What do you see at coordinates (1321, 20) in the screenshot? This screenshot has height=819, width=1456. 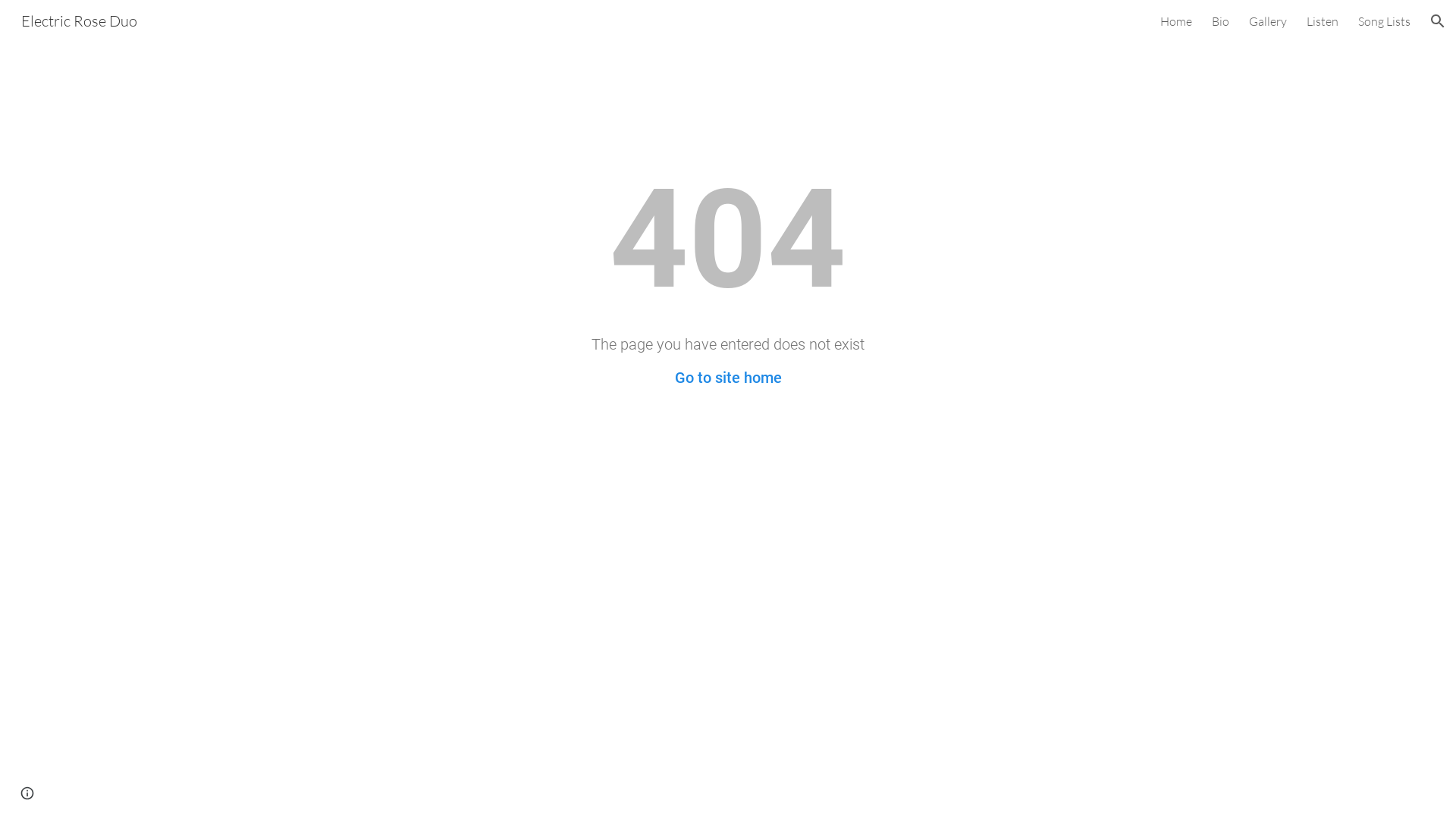 I see `'Listen'` at bounding box center [1321, 20].